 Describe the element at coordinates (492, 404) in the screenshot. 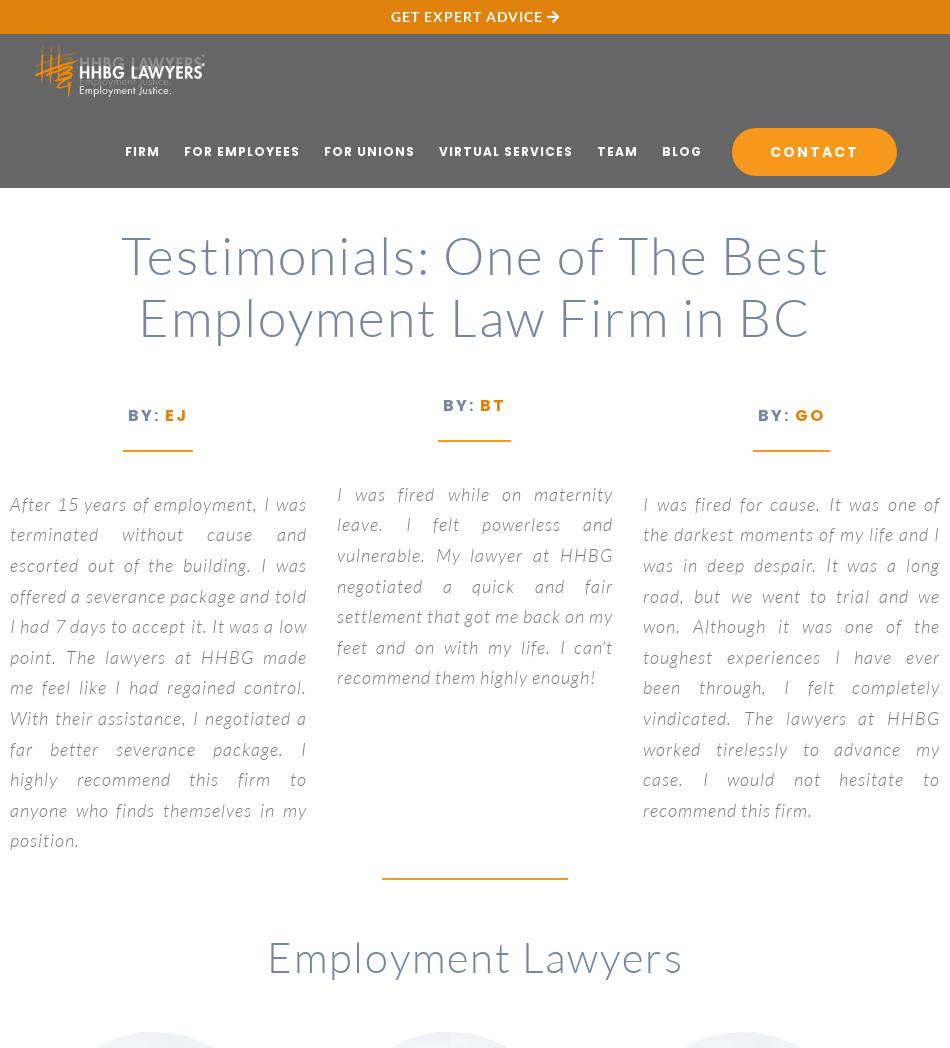

I see `'BT'` at that location.